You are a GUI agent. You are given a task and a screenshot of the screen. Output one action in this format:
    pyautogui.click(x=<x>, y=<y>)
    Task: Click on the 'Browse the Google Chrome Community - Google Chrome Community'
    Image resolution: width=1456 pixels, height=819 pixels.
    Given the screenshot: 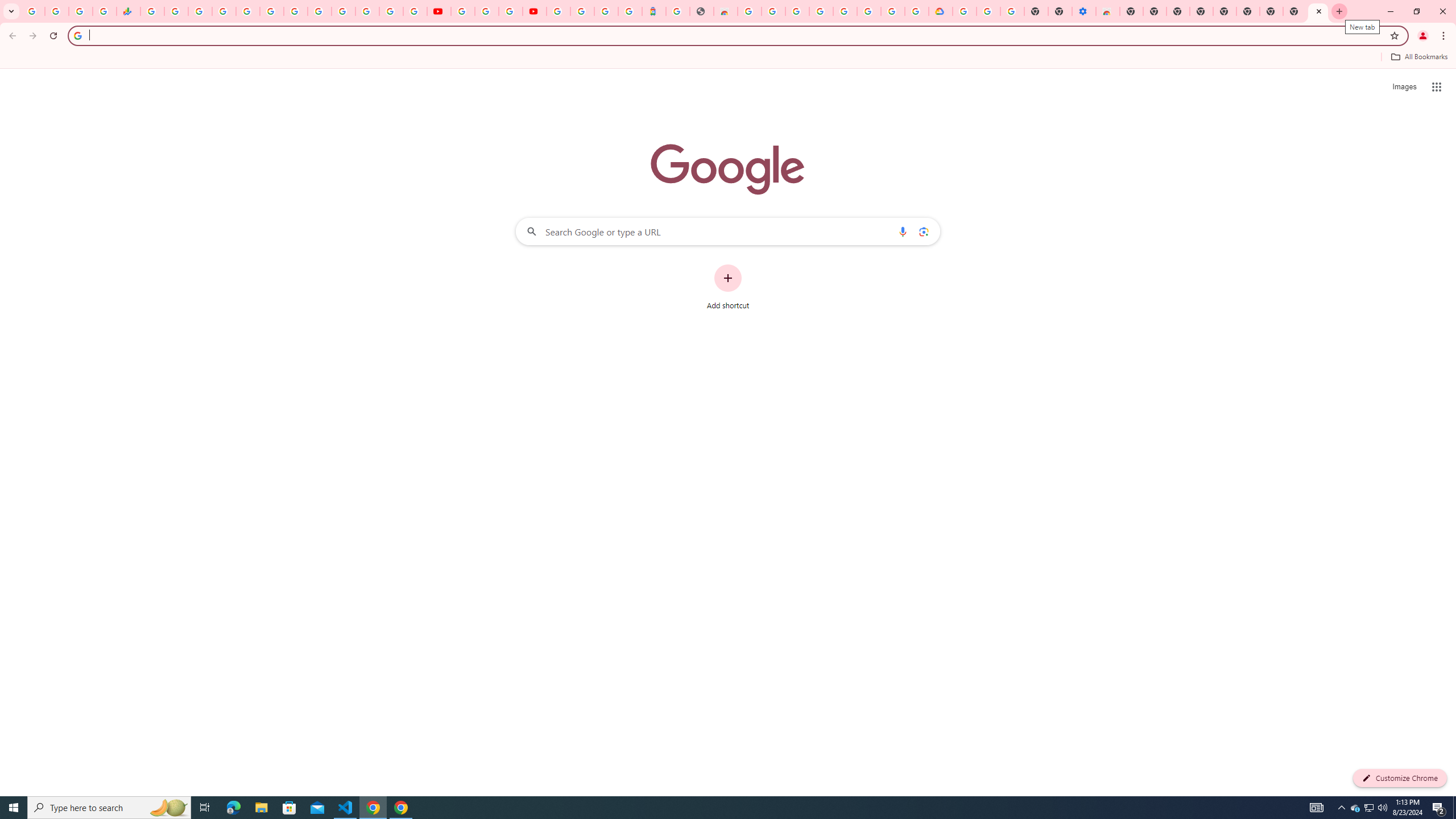 What is the action you would take?
    pyautogui.click(x=916, y=11)
    